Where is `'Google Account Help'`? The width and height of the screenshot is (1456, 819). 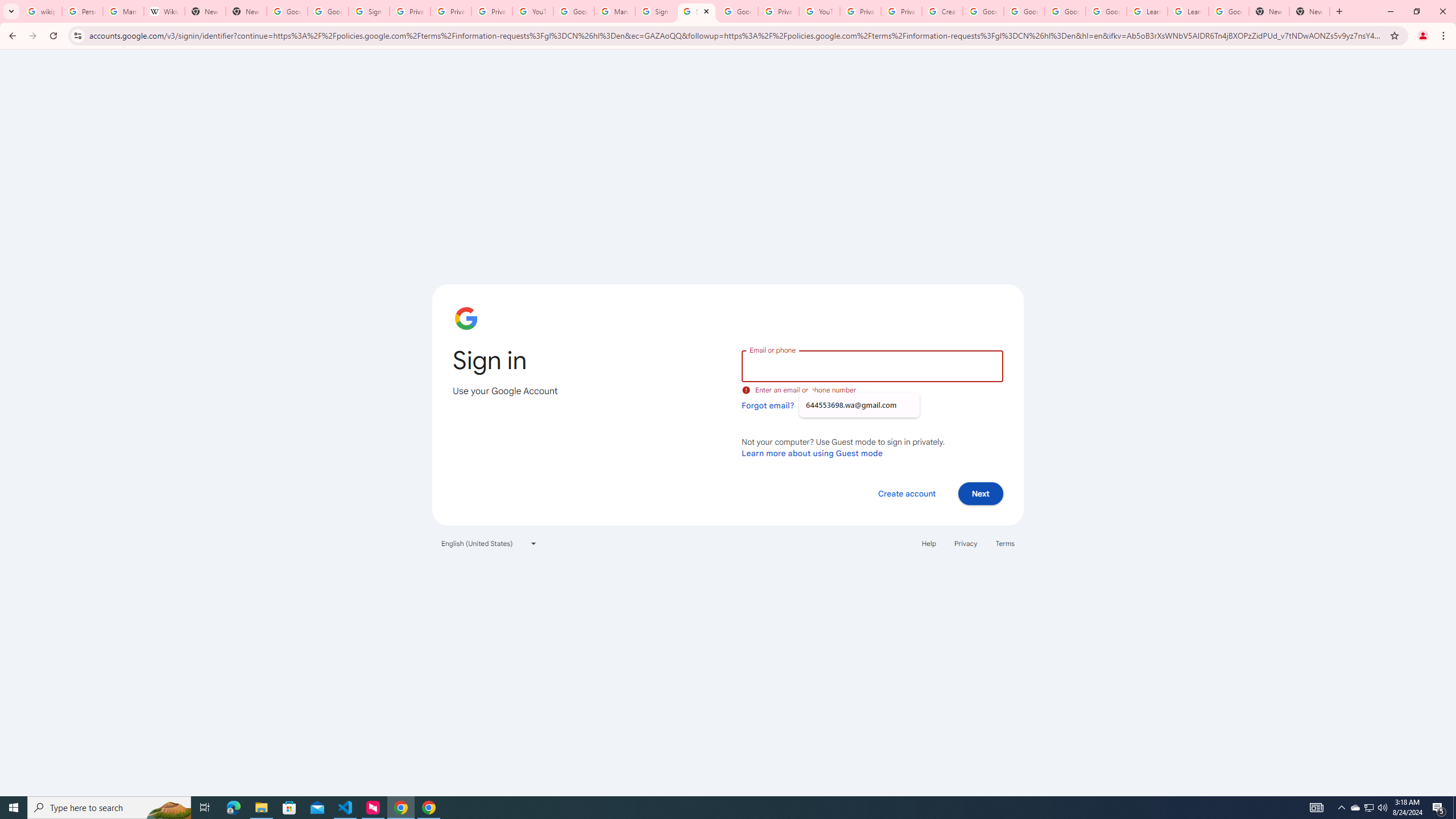 'Google Account Help' is located at coordinates (1023, 11).